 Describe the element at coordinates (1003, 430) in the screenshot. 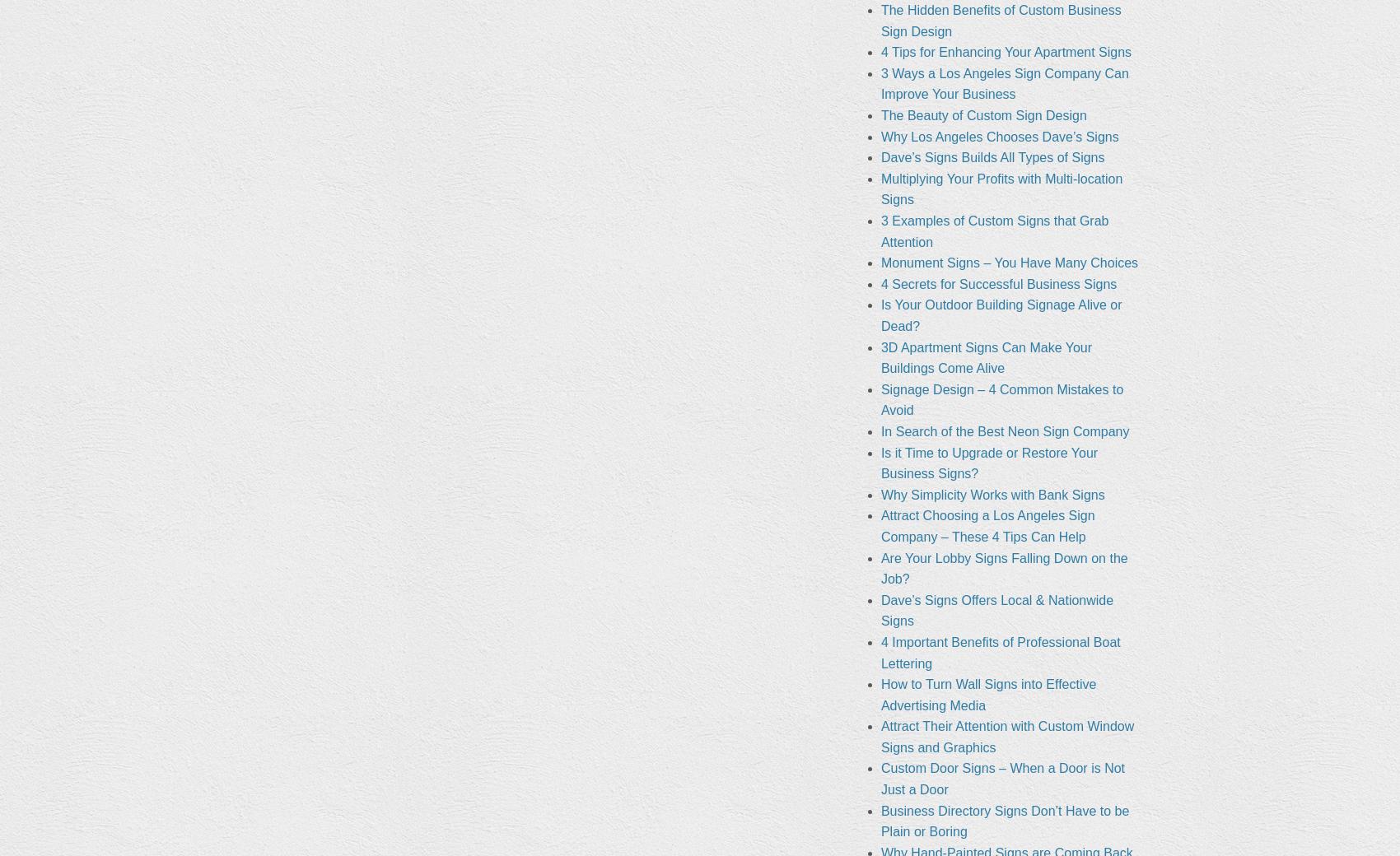

I see `'In Search of the Best Neon Sign Company'` at that location.